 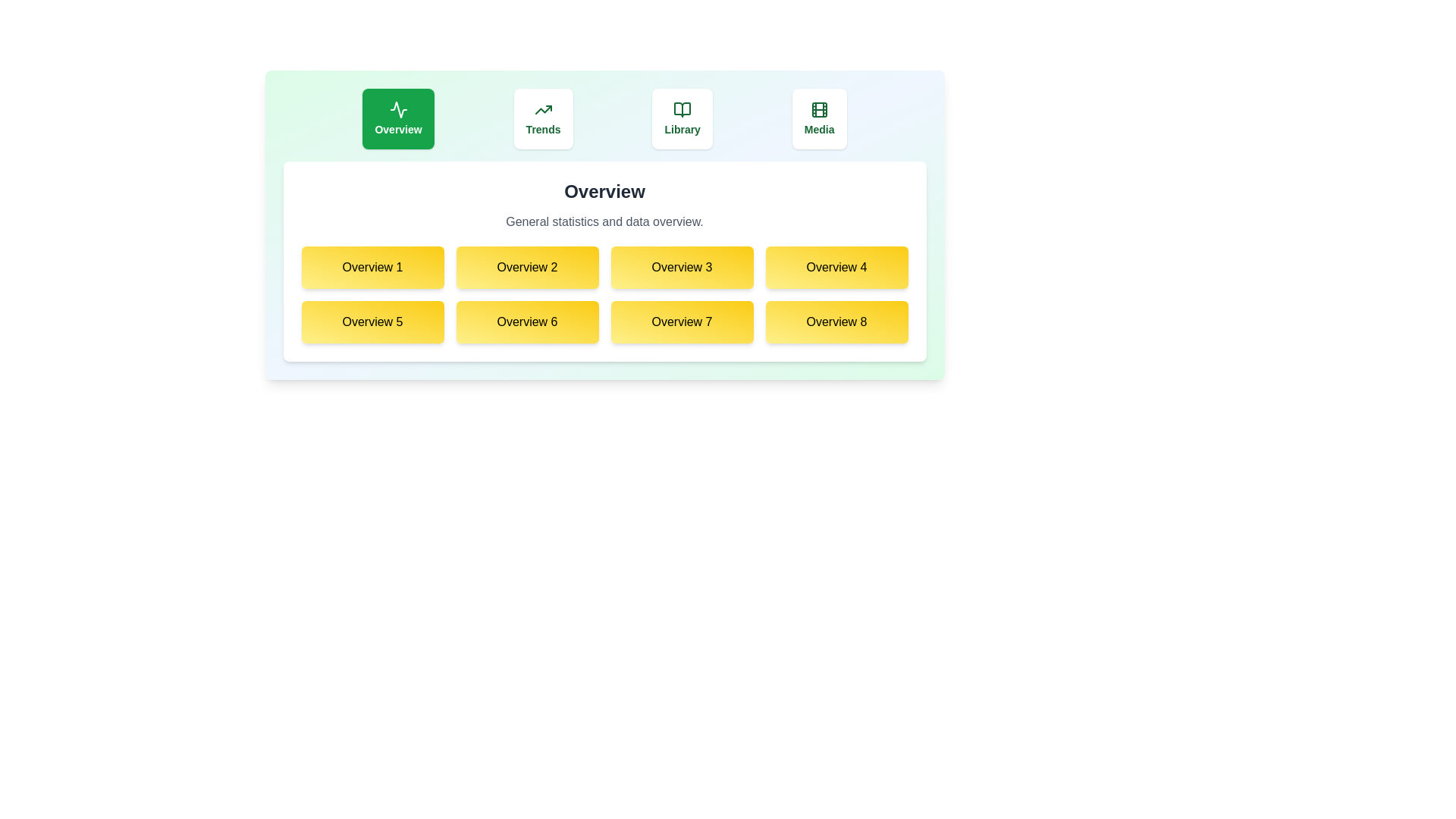 What do you see at coordinates (818, 118) in the screenshot?
I see `the Media tab by clicking on it` at bounding box center [818, 118].